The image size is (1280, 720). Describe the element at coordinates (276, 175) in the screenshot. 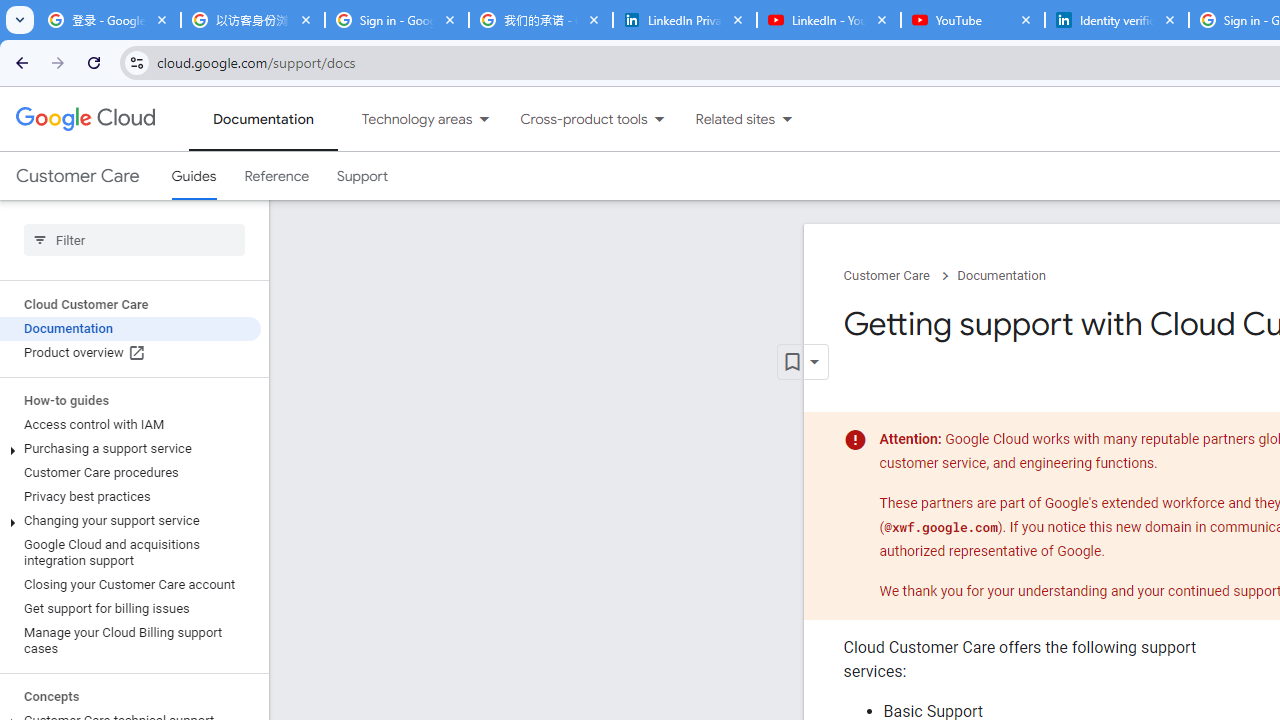

I see `'Reference'` at that location.